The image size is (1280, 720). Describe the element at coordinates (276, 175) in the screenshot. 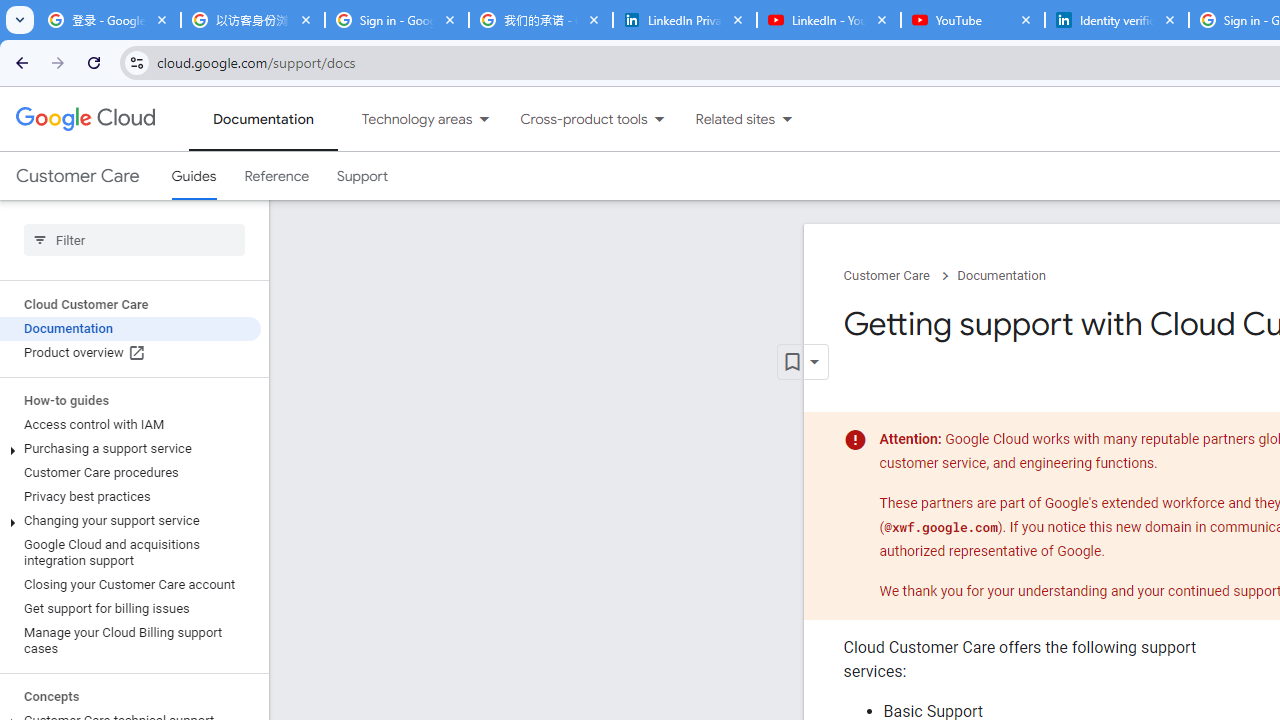

I see `'Reference'` at that location.